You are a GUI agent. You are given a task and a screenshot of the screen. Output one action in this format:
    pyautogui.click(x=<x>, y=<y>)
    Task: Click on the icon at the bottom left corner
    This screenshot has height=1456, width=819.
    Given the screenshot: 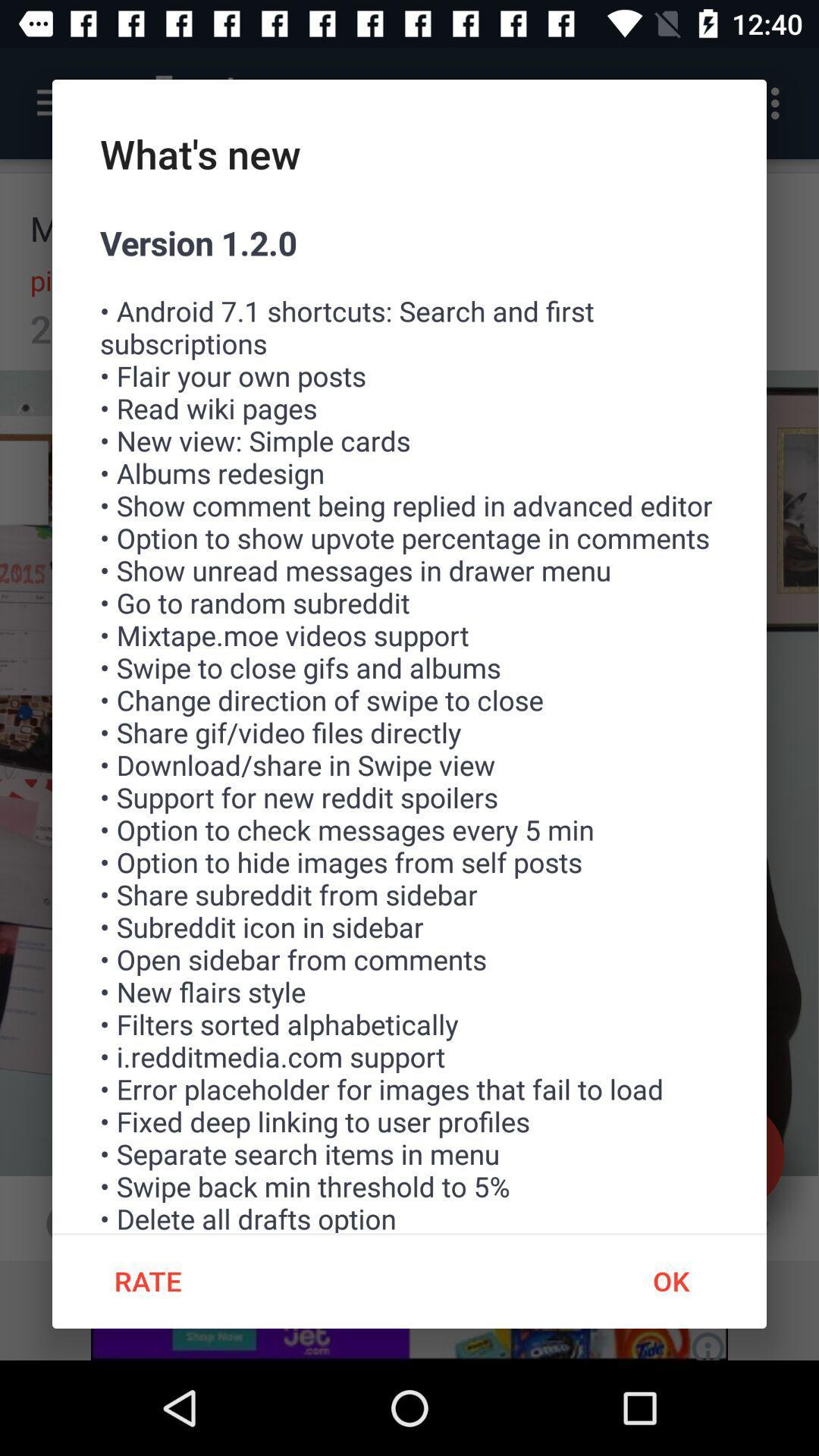 What is the action you would take?
    pyautogui.click(x=148, y=1280)
    